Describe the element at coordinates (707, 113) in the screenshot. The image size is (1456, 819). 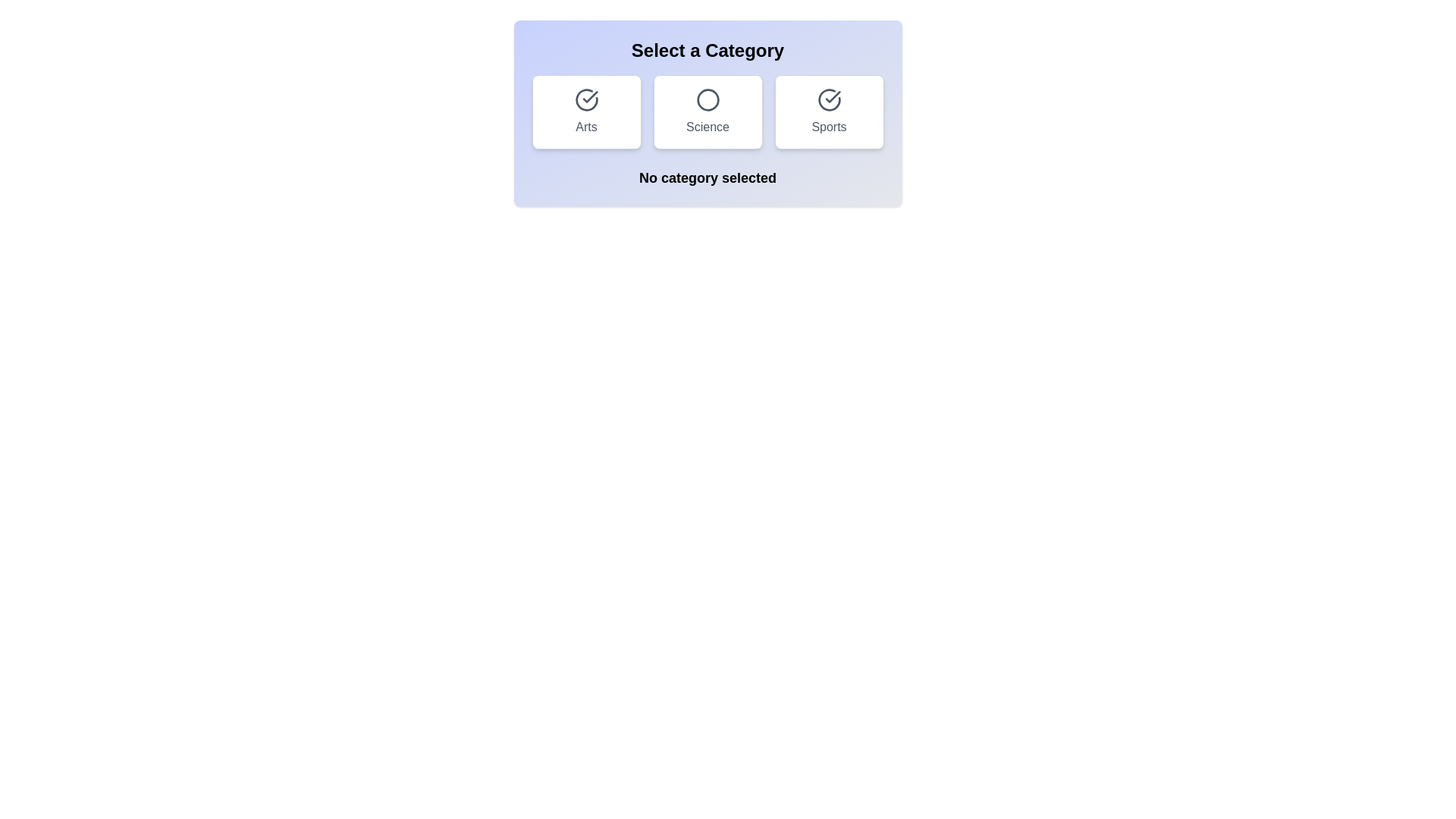
I see `the 'Science' category selection card, which is the second card in a three-column grid layout` at that location.